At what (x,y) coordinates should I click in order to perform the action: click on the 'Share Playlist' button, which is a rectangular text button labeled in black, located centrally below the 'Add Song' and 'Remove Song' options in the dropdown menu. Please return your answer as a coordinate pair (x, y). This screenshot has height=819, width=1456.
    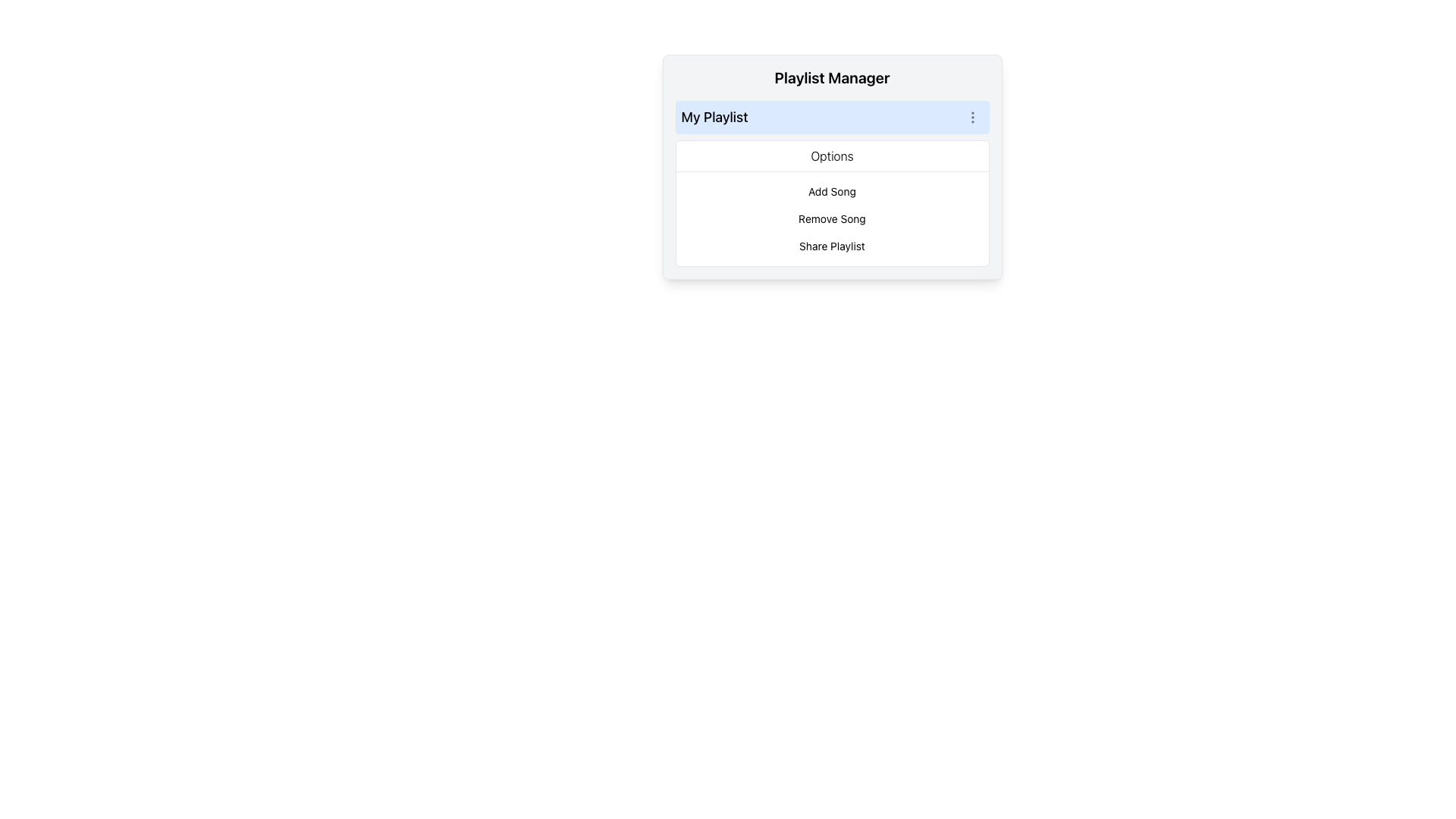
    Looking at the image, I should click on (831, 245).